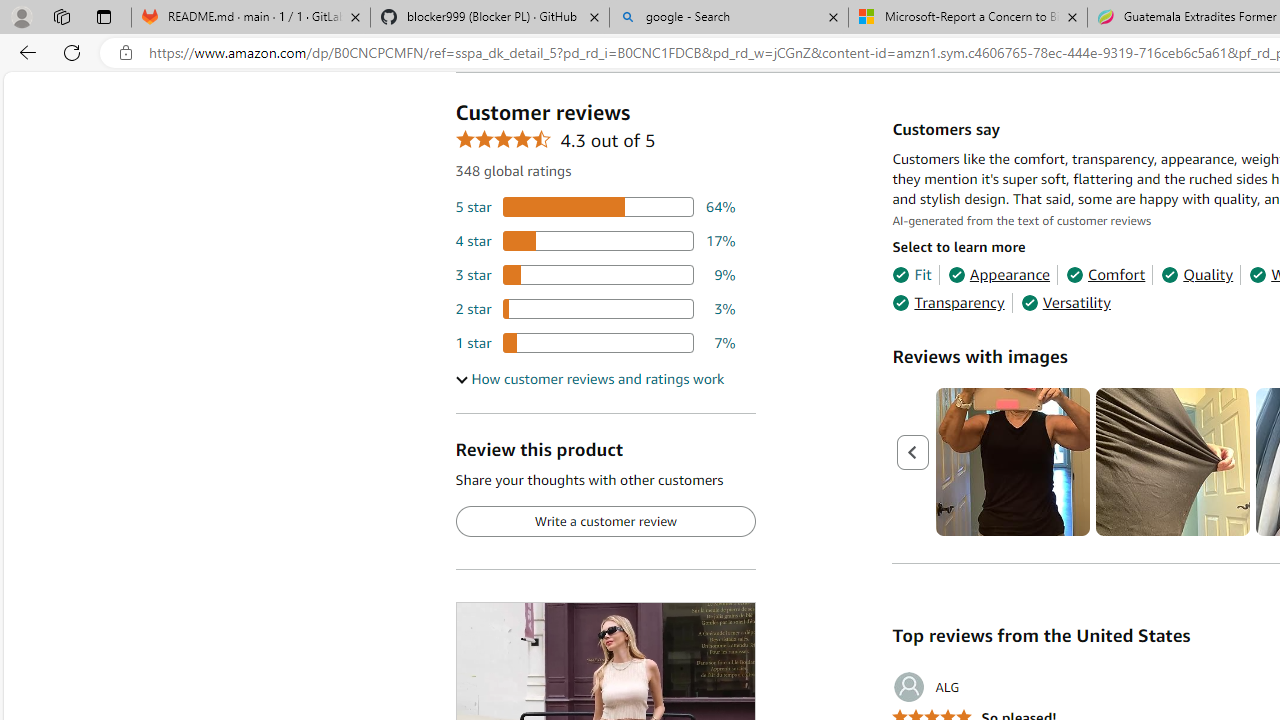 This screenshot has width=1280, height=720. Describe the element at coordinates (947, 303) in the screenshot. I see `'Transparency'` at that location.